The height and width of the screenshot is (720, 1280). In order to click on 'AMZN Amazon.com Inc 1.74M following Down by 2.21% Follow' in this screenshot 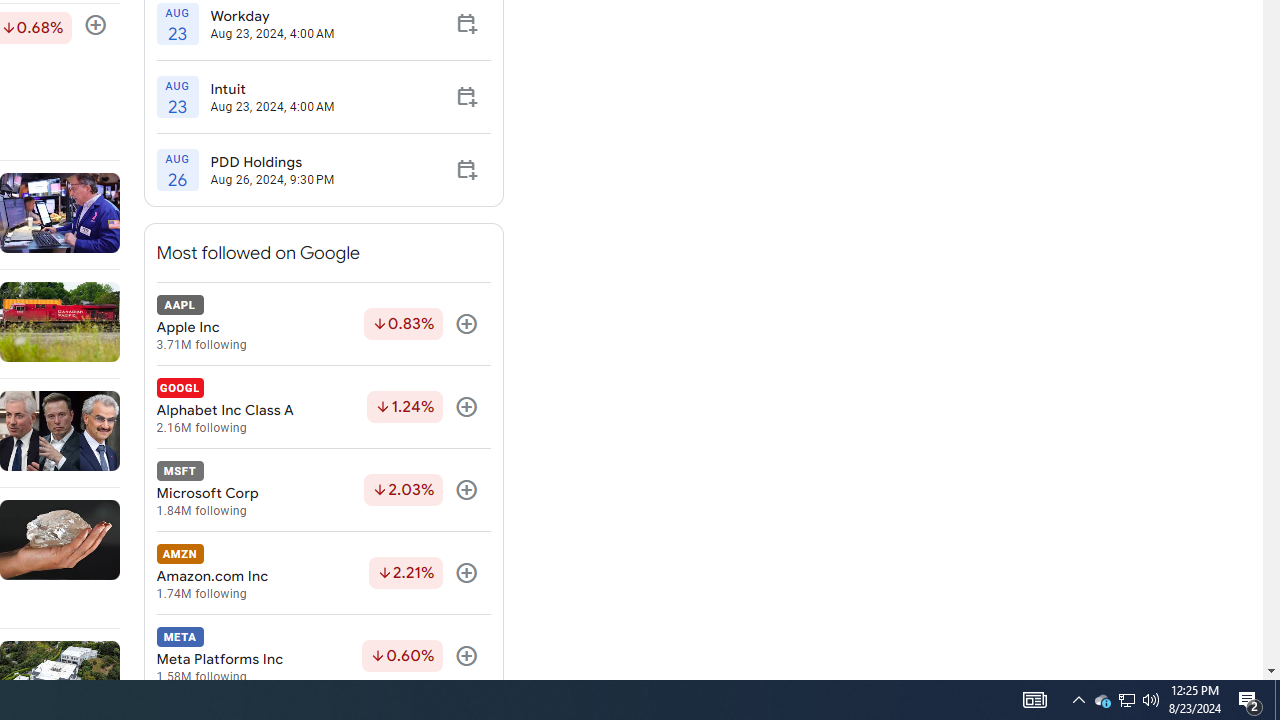, I will do `click(323, 573)`.